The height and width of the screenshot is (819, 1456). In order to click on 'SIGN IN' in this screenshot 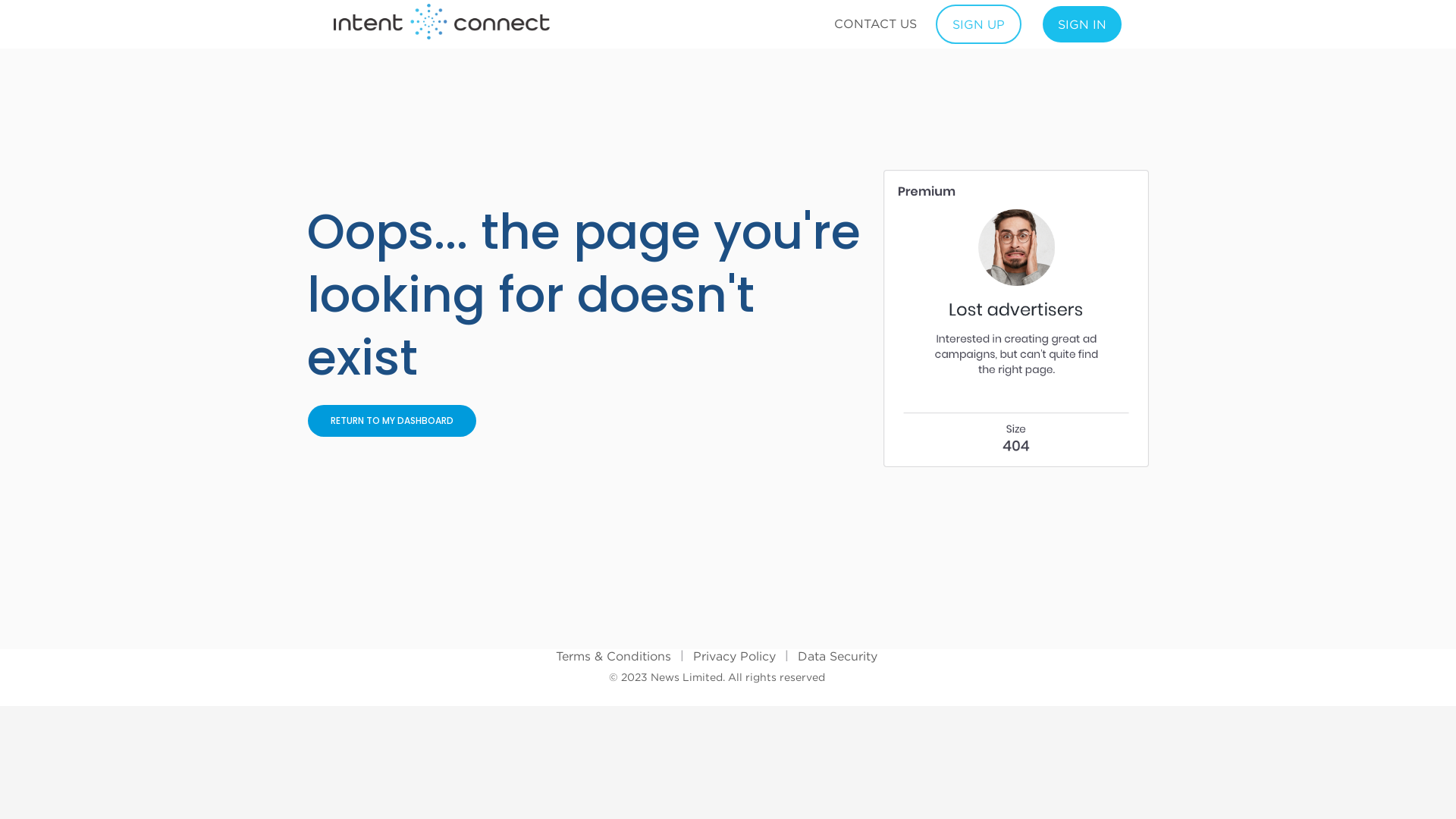, I will do `click(1081, 24)`.